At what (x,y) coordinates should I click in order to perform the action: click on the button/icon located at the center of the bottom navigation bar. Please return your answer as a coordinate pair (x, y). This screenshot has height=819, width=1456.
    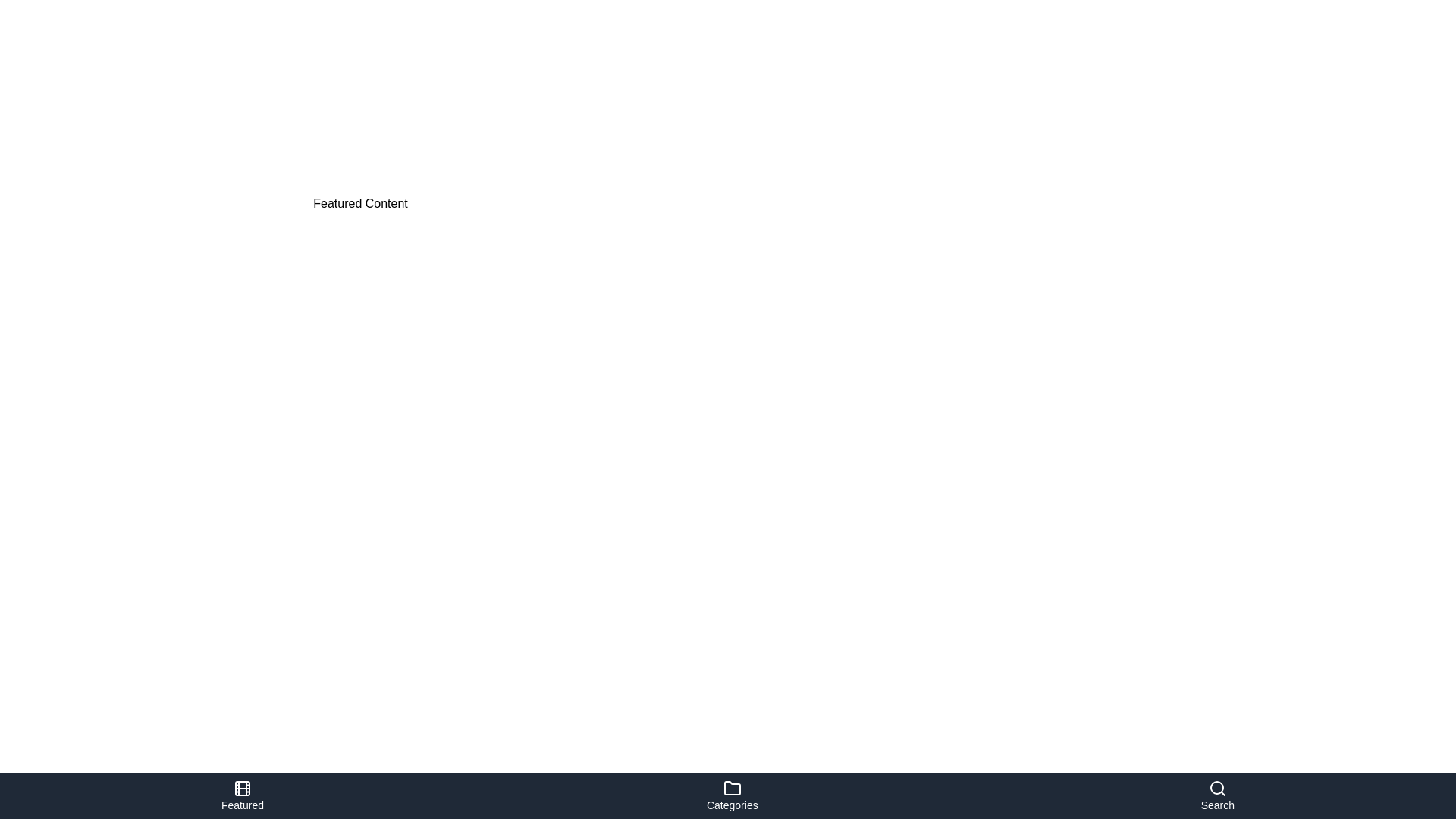
    Looking at the image, I should click on (243, 788).